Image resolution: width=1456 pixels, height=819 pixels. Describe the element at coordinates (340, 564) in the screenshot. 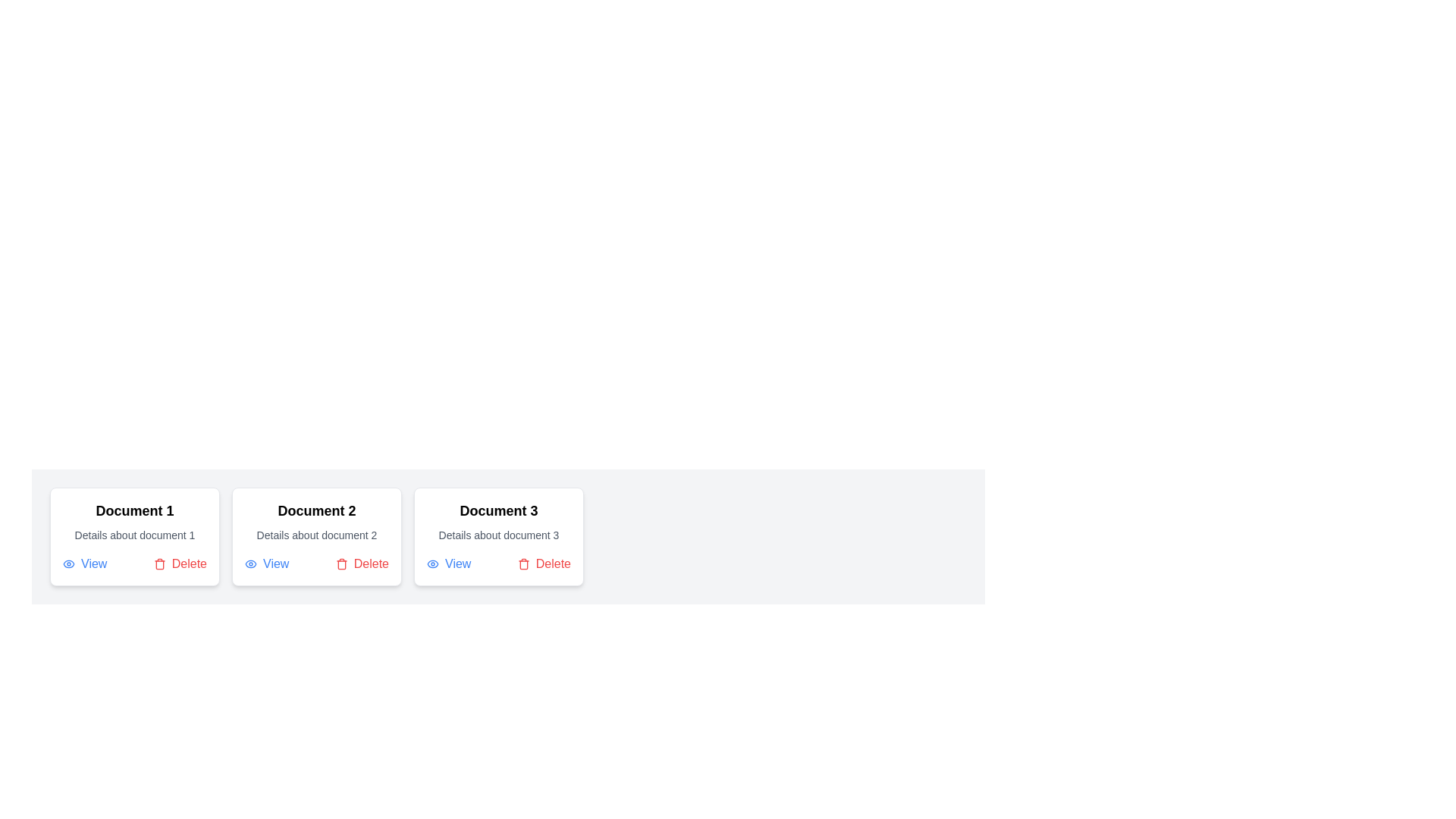

I see `the small red trash can icon, which is located in the second column of a three-column layout, next to the 'Delete' label and associated with the 'Document 2' card` at that location.